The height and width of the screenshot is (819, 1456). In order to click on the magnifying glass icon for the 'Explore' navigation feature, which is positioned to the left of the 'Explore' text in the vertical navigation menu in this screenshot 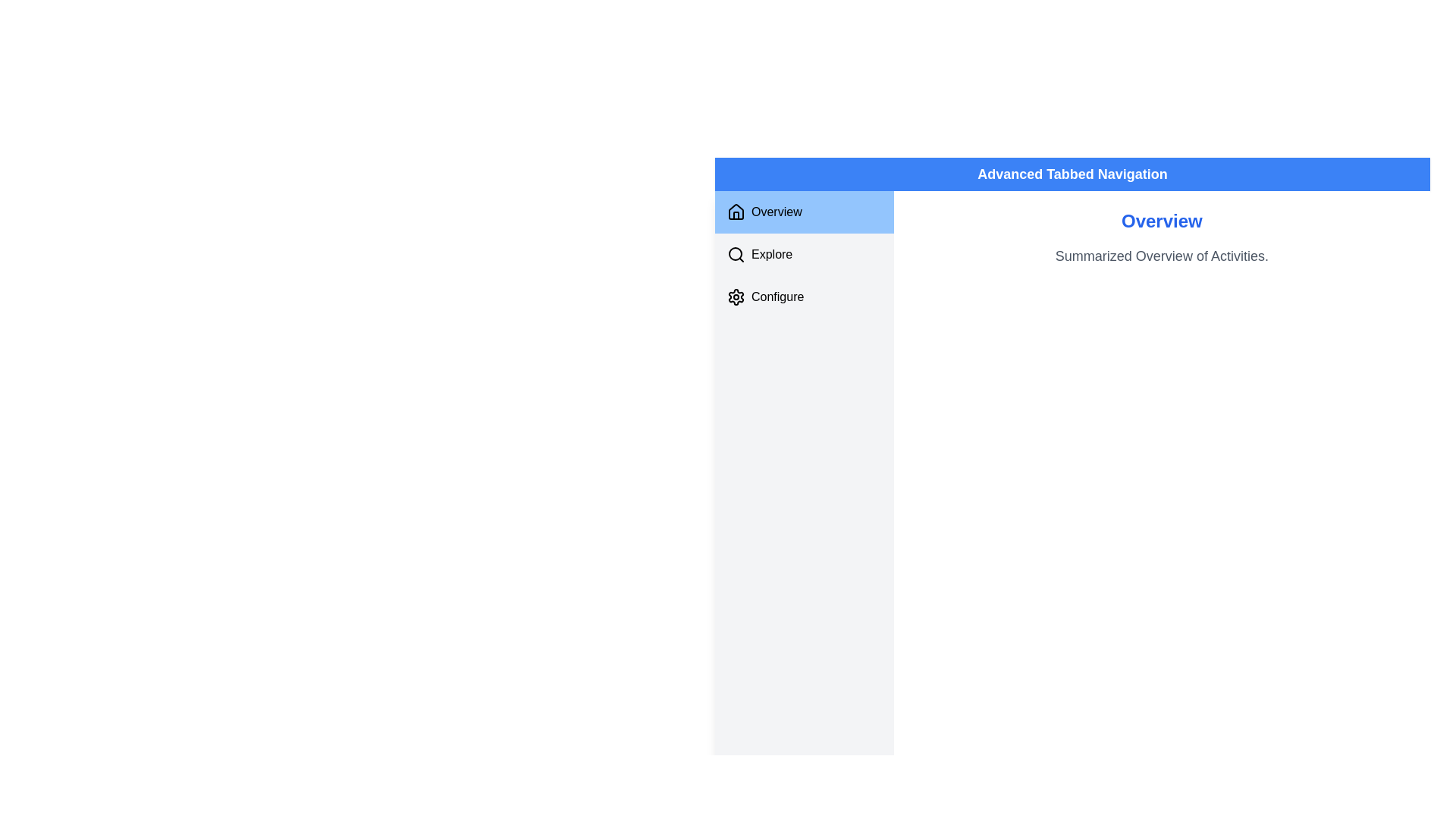, I will do `click(736, 253)`.